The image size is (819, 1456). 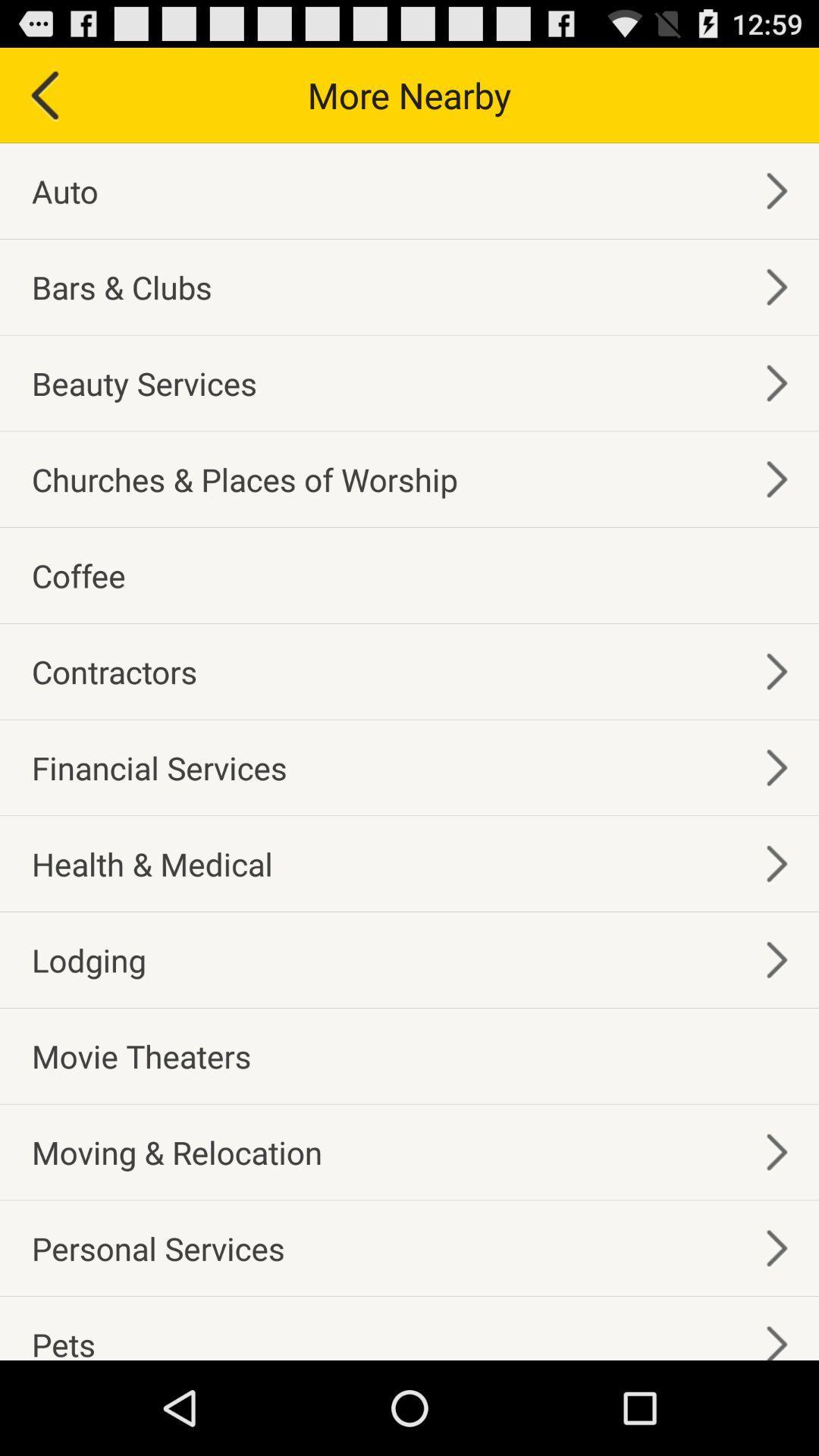 What do you see at coordinates (152, 864) in the screenshot?
I see `the health & medical icon` at bounding box center [152, 864].